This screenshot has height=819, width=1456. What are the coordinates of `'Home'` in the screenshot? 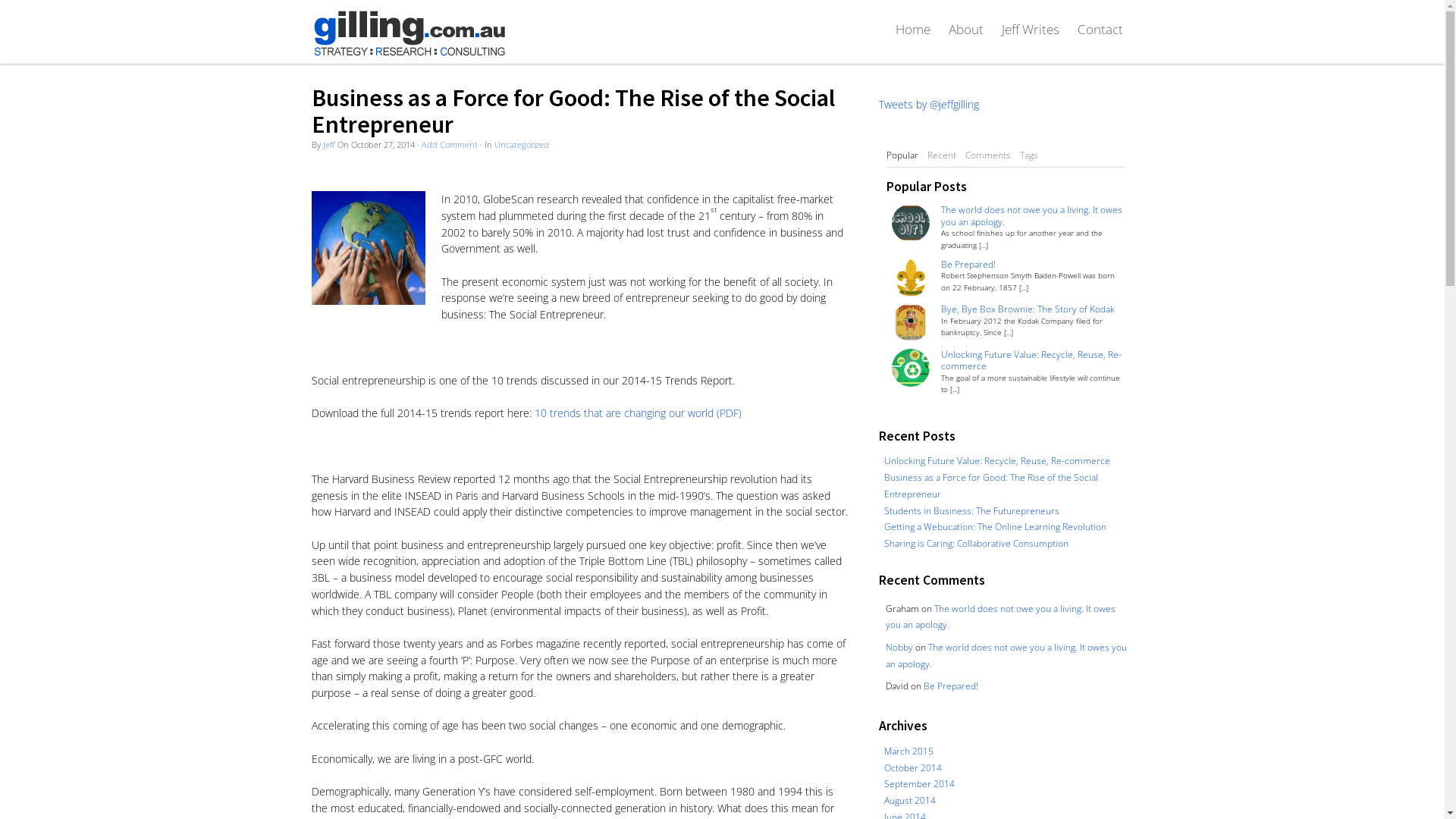 It's located at (912, 29).